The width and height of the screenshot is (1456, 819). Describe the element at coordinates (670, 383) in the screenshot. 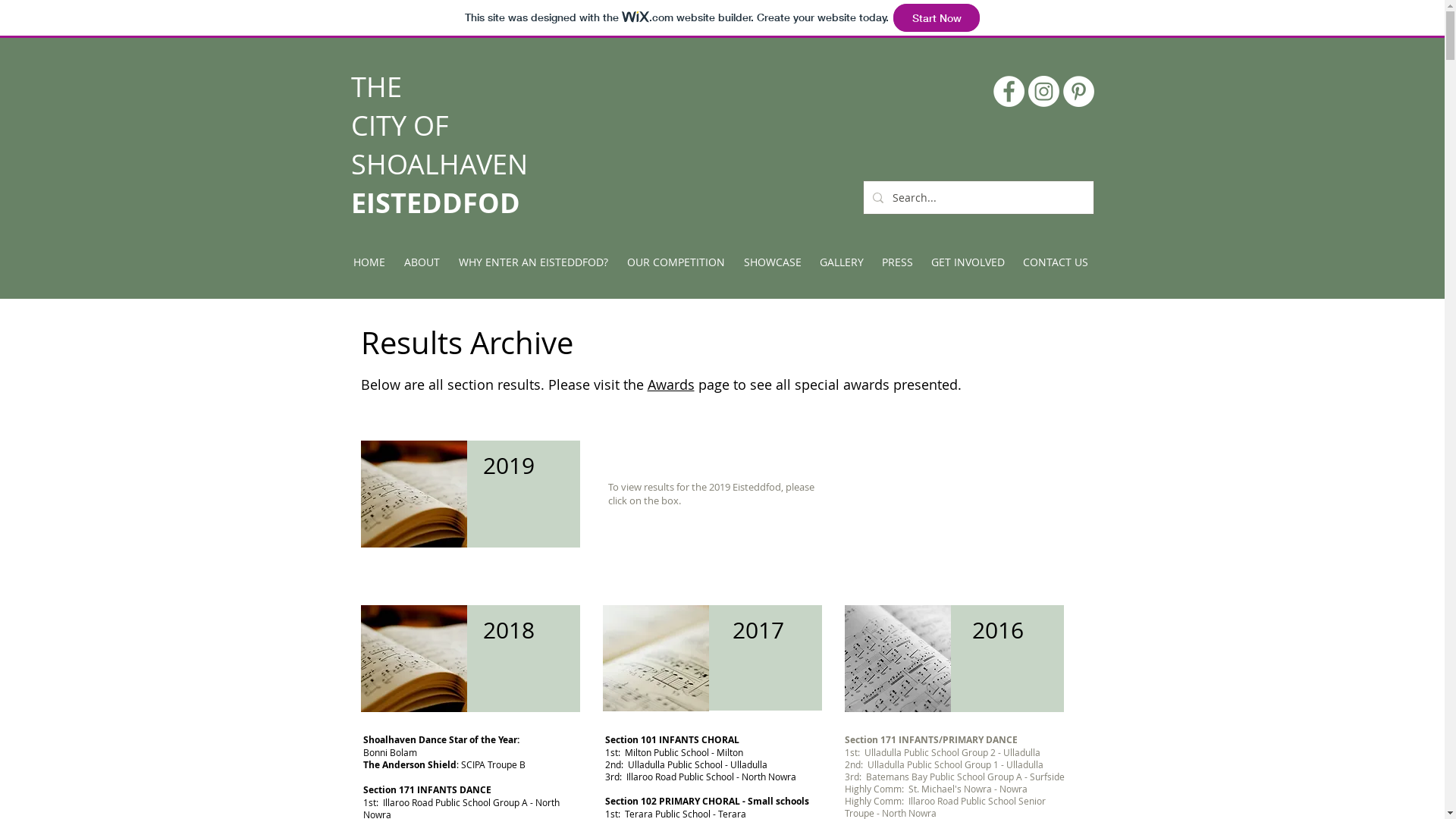

I see `'Awards'` at that location.